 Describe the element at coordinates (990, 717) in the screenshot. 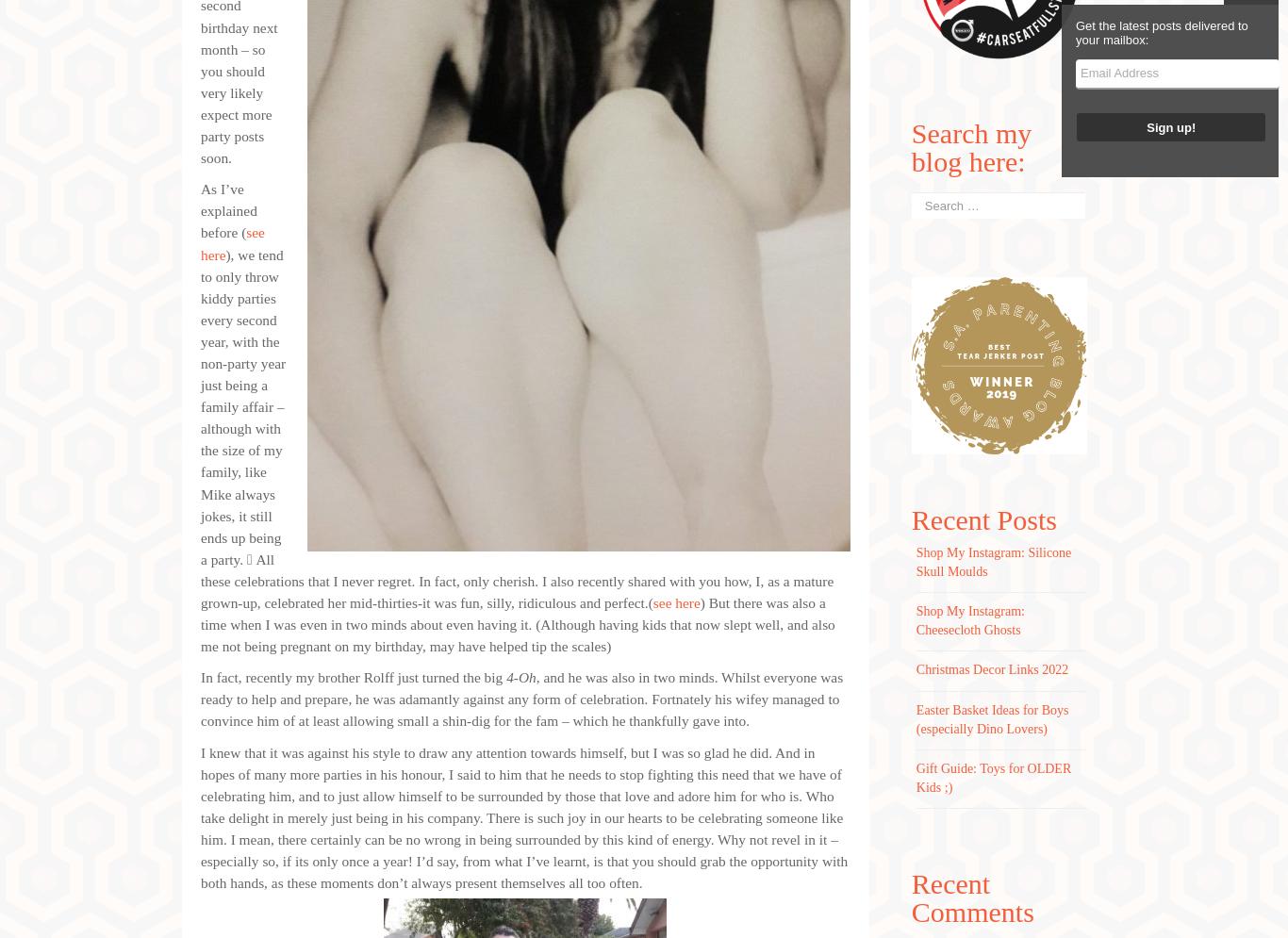

I see `'Easter Basket Ideas for Boys (especially Dino Lovers)'` at that location.